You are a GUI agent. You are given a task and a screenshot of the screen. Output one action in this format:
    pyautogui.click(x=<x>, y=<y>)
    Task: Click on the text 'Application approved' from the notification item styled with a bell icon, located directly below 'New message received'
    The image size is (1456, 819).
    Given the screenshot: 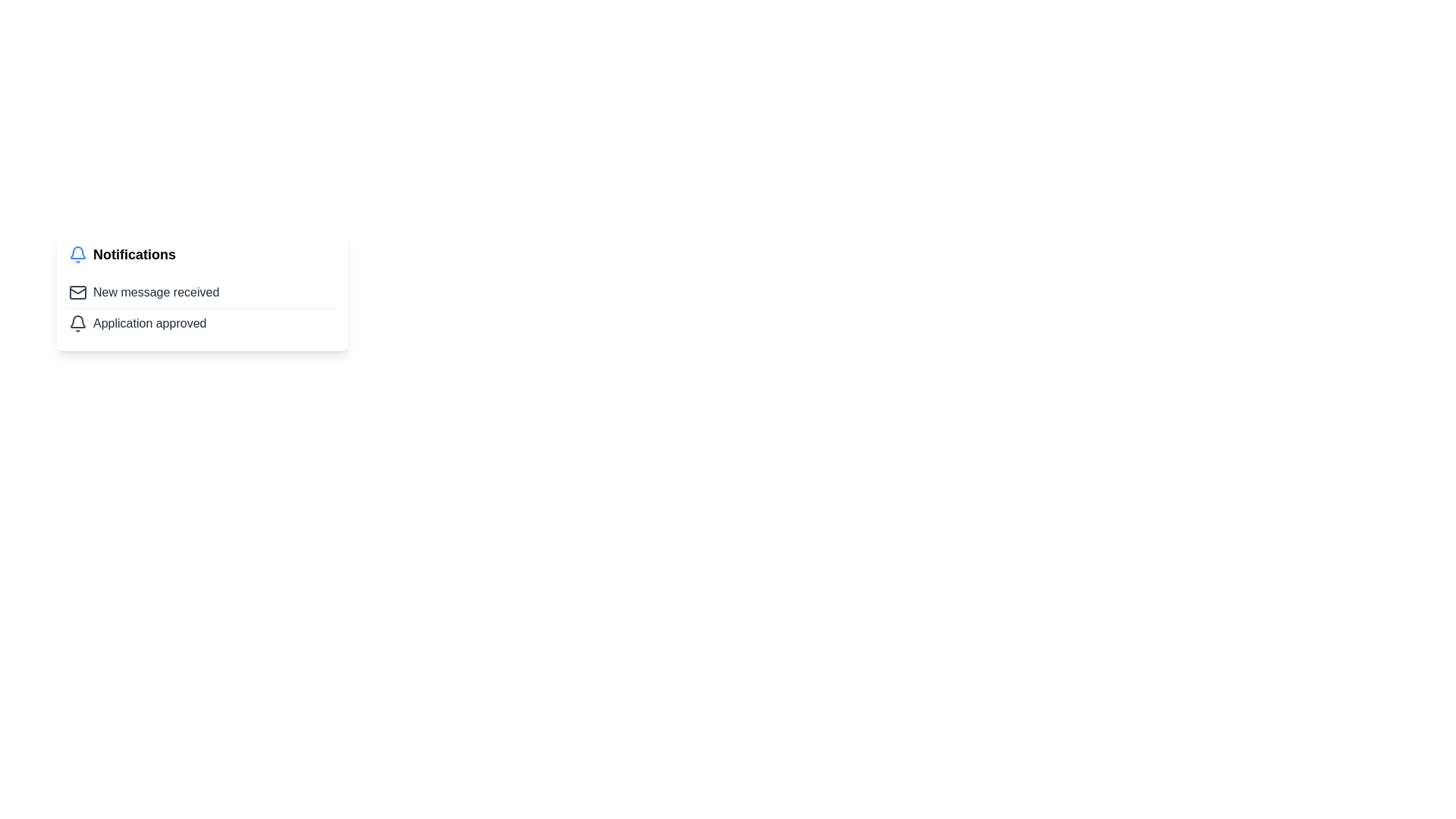 What is the action you would take?
    pyautogui.click(x=202, y=323)
    